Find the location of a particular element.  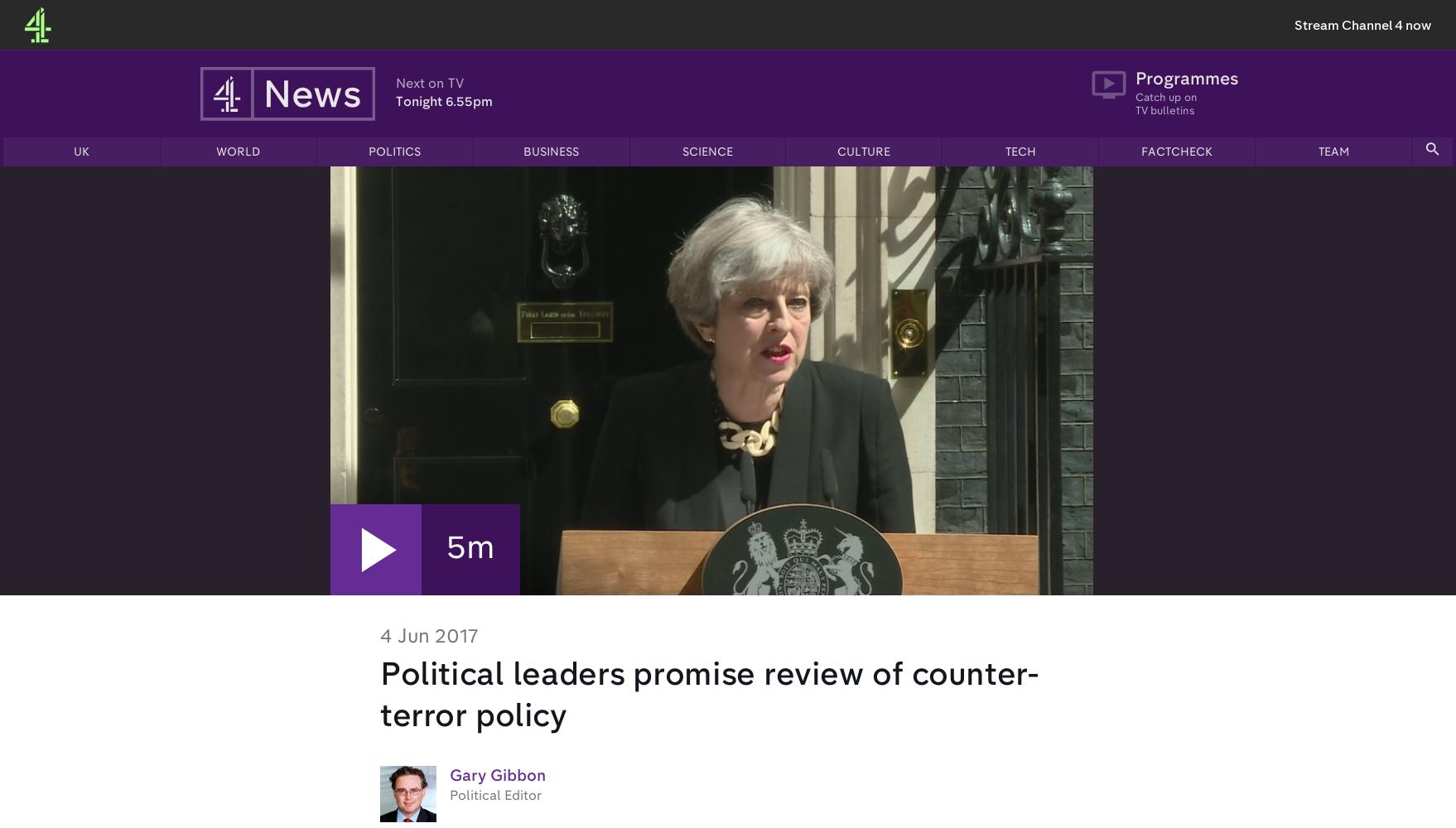

'Science' is located at coordinates (706, 152).